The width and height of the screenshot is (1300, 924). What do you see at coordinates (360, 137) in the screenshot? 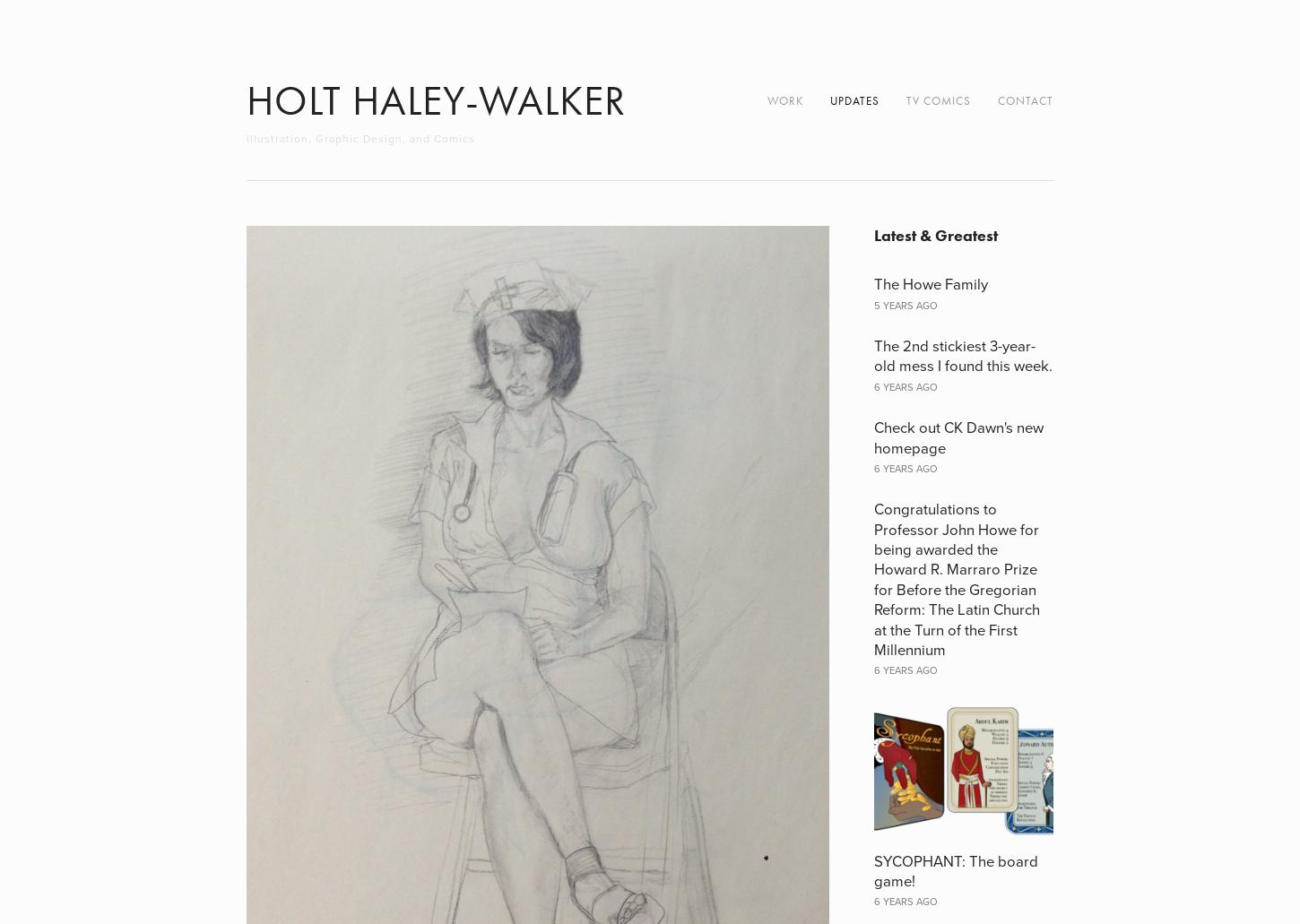
I see `'Illustration, Graphic Design, and Comics'` at bounding box center [360, 137].